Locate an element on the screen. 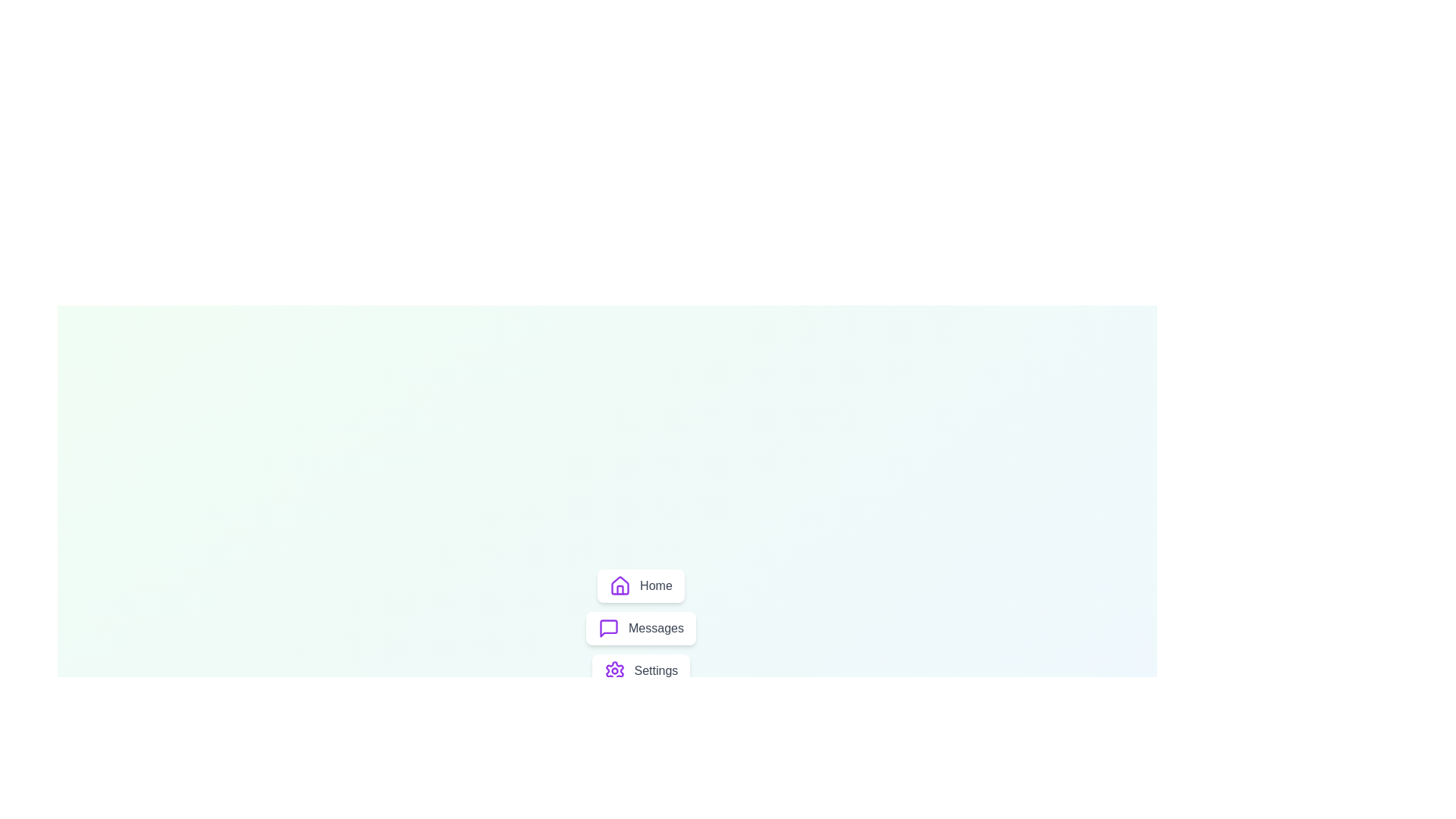 The image size is (1456, 819). the Messages icon from the menu is located at coordinates (608, 629).